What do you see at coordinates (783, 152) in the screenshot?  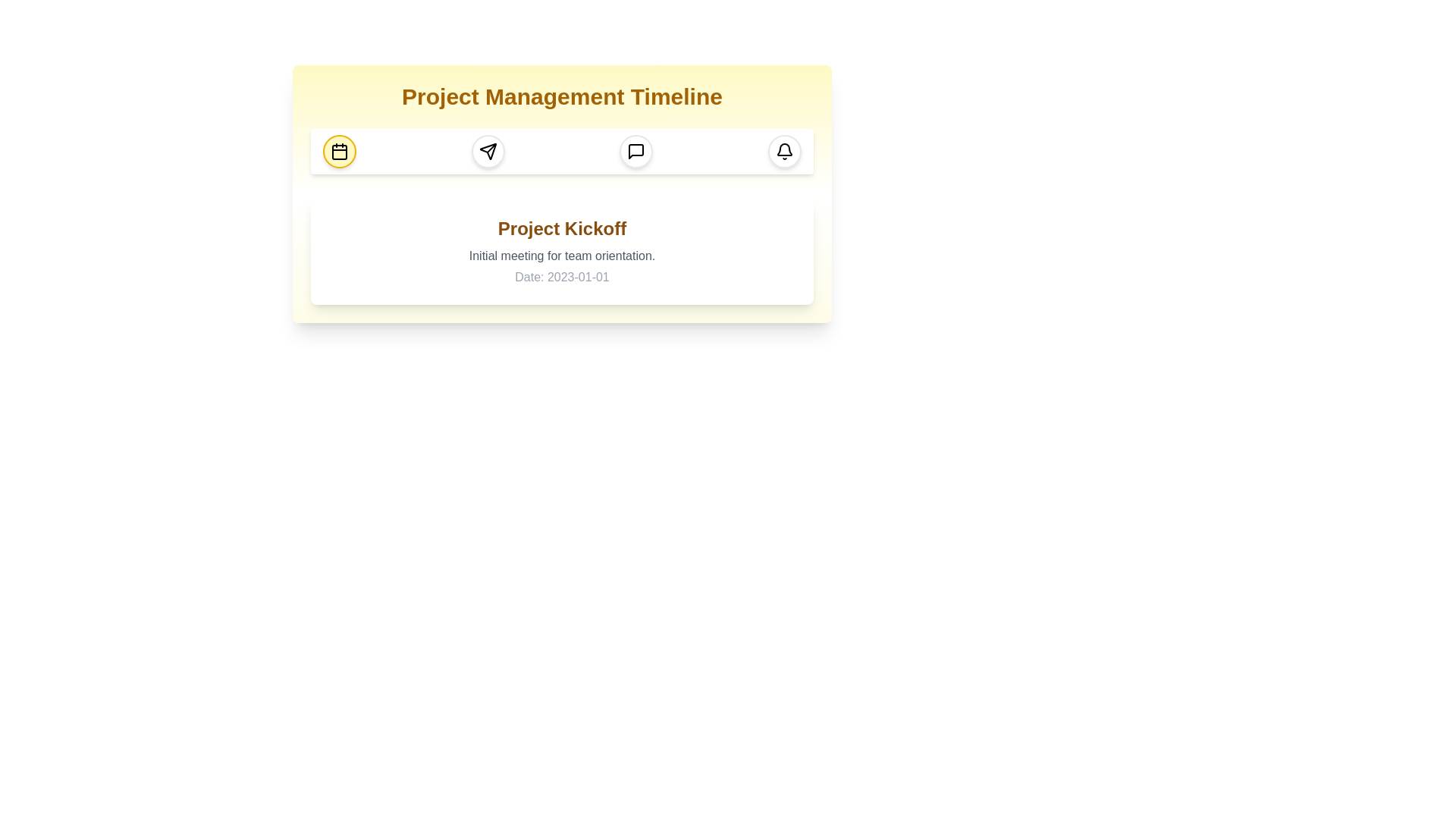 I see `the circular notification button with a black bell icon located at the rightmost position in the header section of the 'Project Management Timeline' panel` at bounding box center [783, 152].